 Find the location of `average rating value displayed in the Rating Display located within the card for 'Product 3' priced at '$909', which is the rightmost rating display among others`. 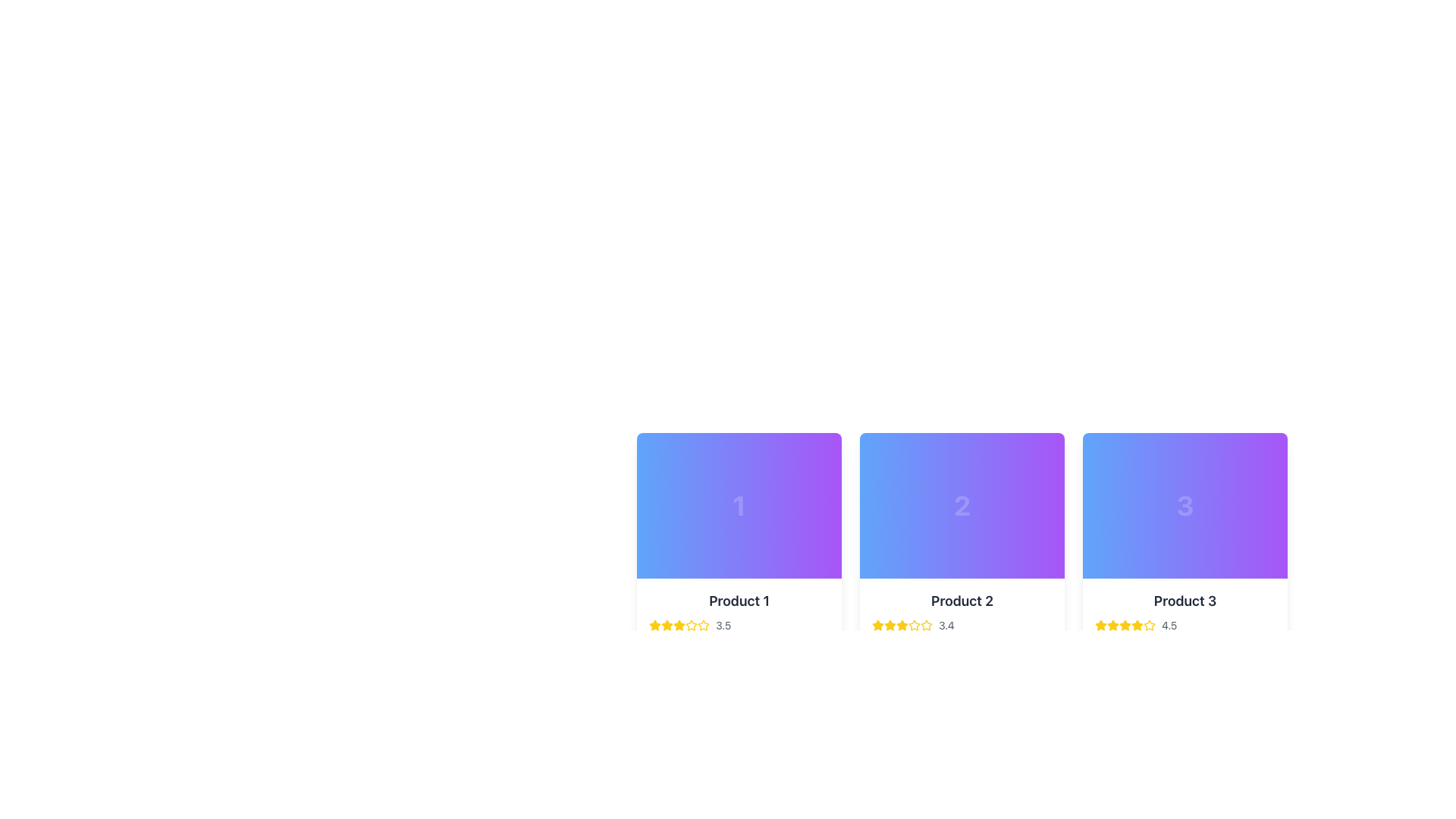

average rating value displayed in the Rating Display located within the card for 'Product 3' priced at '$909', which is the rightmost rating display among others is located at coordinates (1185, 626).